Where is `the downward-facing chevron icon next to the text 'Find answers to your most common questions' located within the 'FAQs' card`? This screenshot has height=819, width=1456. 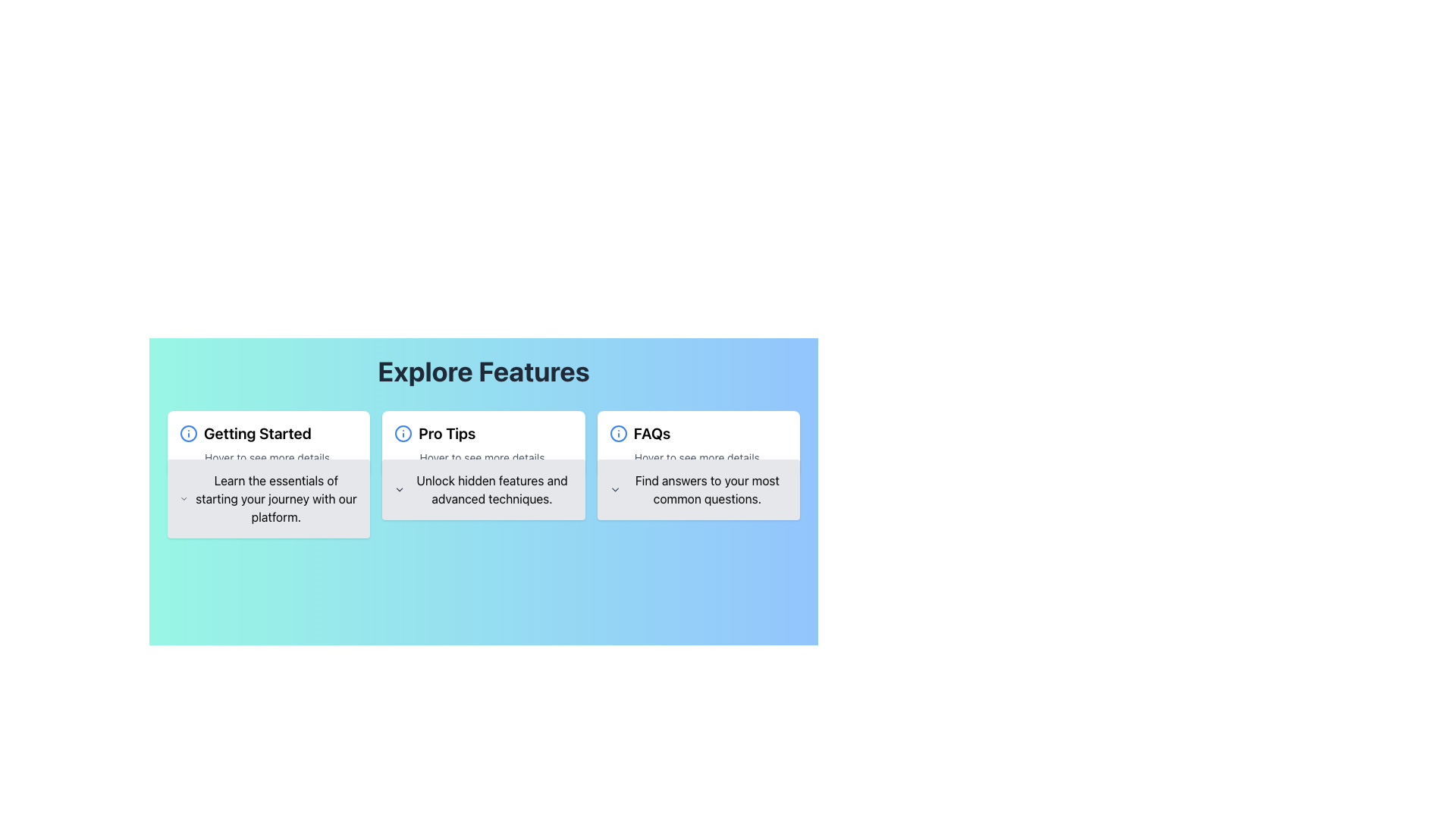 the downward-facing chevron icon next to the text 'Find answers to your most common questions' located within the 'FAQs' card is located at coordinates (615, 489).